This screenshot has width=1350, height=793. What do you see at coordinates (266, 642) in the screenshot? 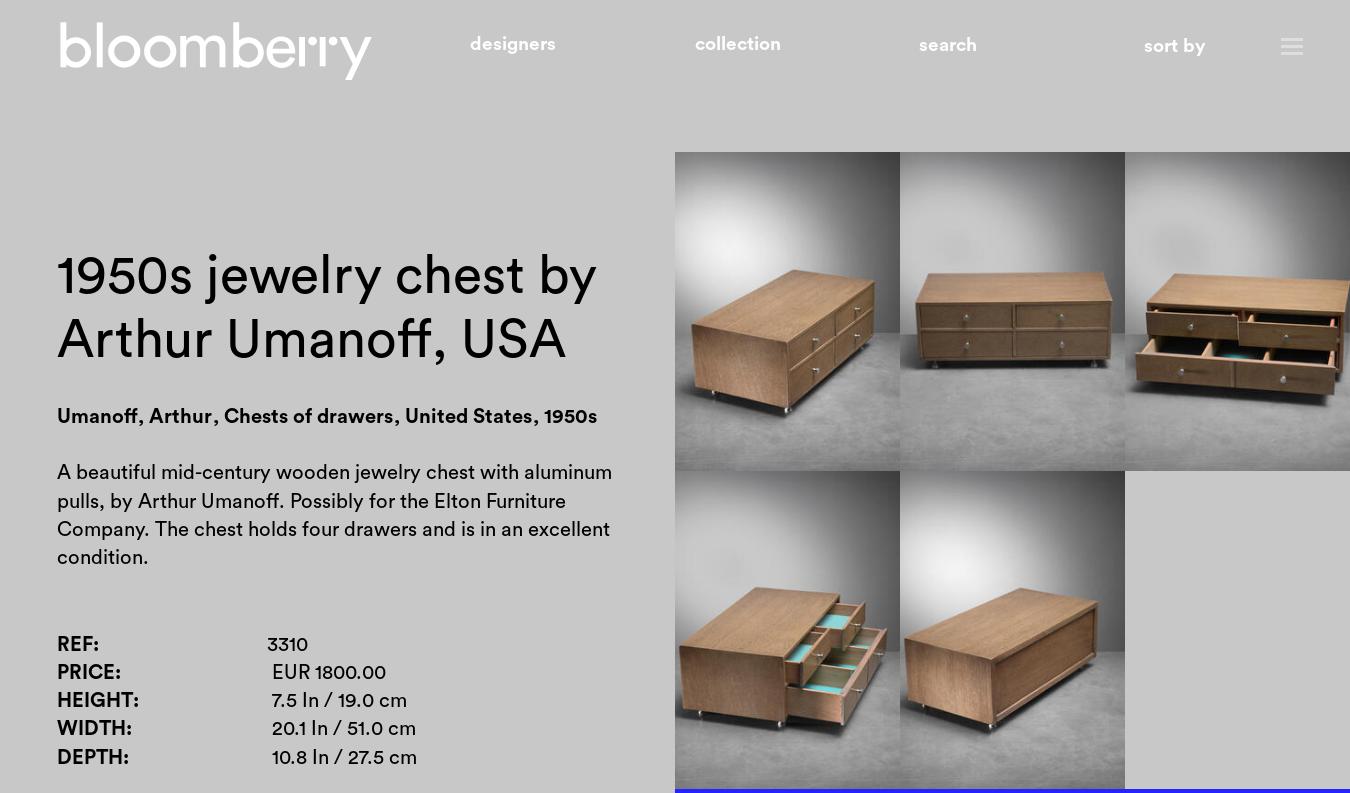
I see `'3310'` at bounding box center [266, 642].